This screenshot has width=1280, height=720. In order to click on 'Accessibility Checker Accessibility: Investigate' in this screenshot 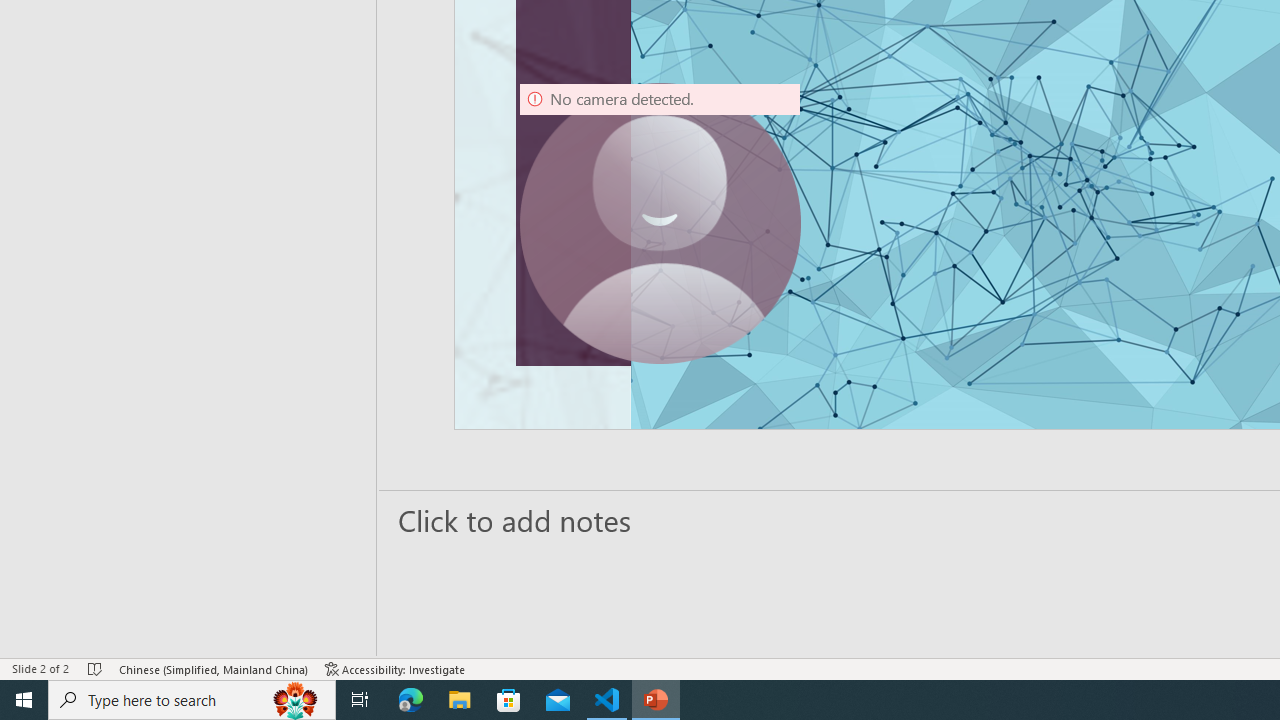, I will do `click(395, 669)`.